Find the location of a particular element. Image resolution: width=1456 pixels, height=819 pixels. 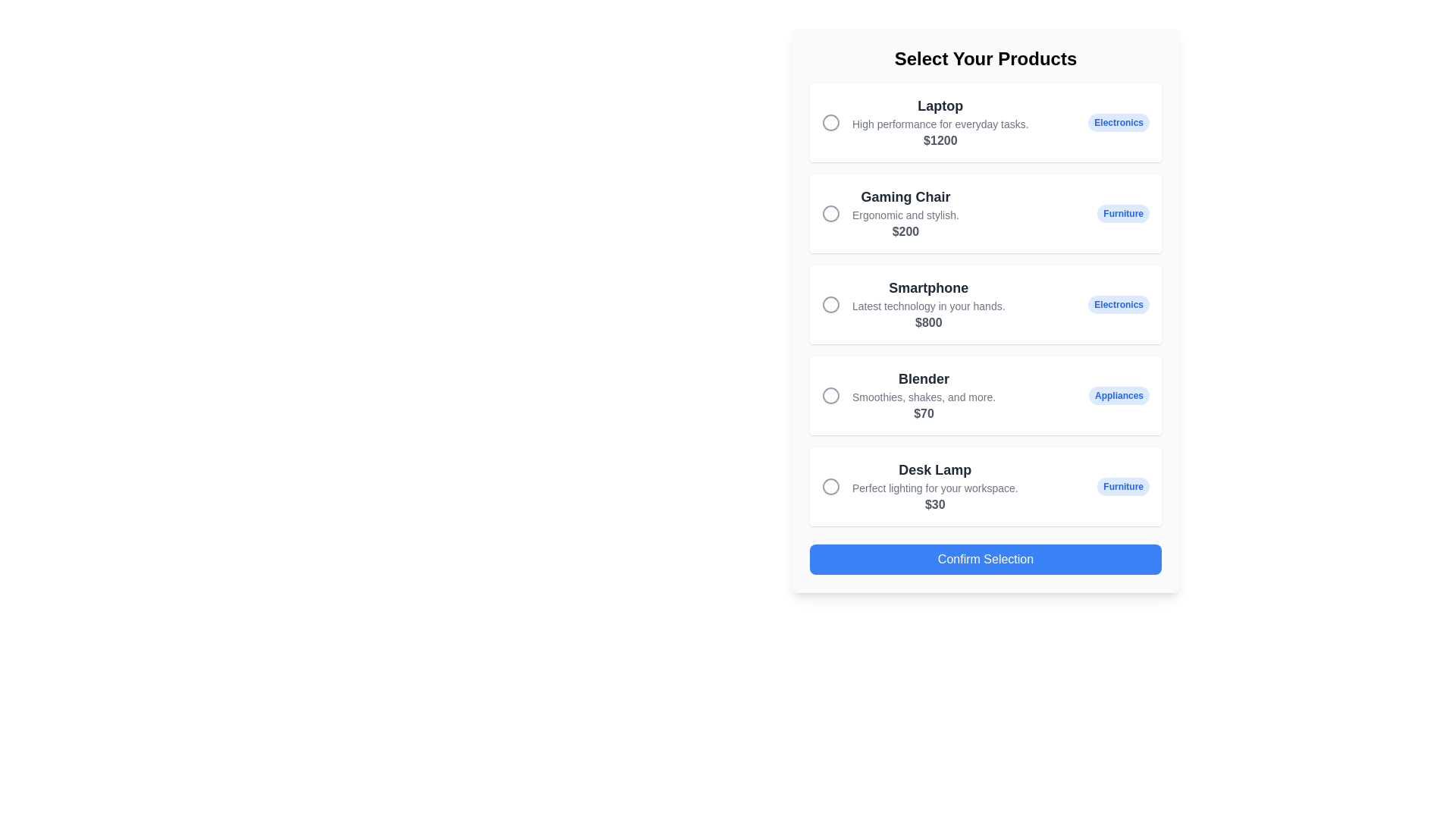

the descriptive text label for the product 'Laptop', which is located below the heading 'Laptop' and above the pricing information '$1200' is located at coordinates (940, 124).